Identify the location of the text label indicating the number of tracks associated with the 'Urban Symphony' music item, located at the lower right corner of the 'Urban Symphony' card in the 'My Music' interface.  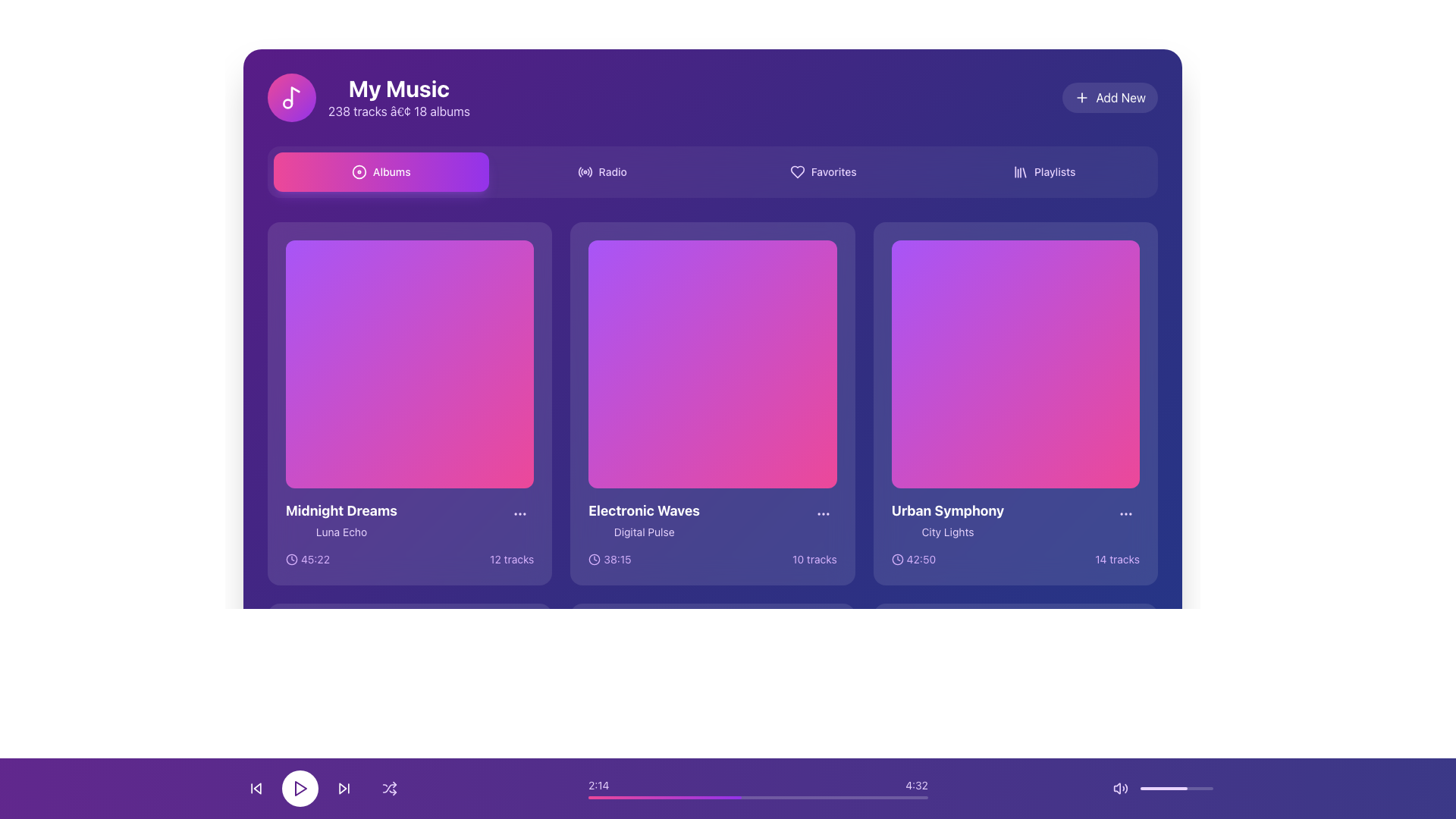
(1117, 560).